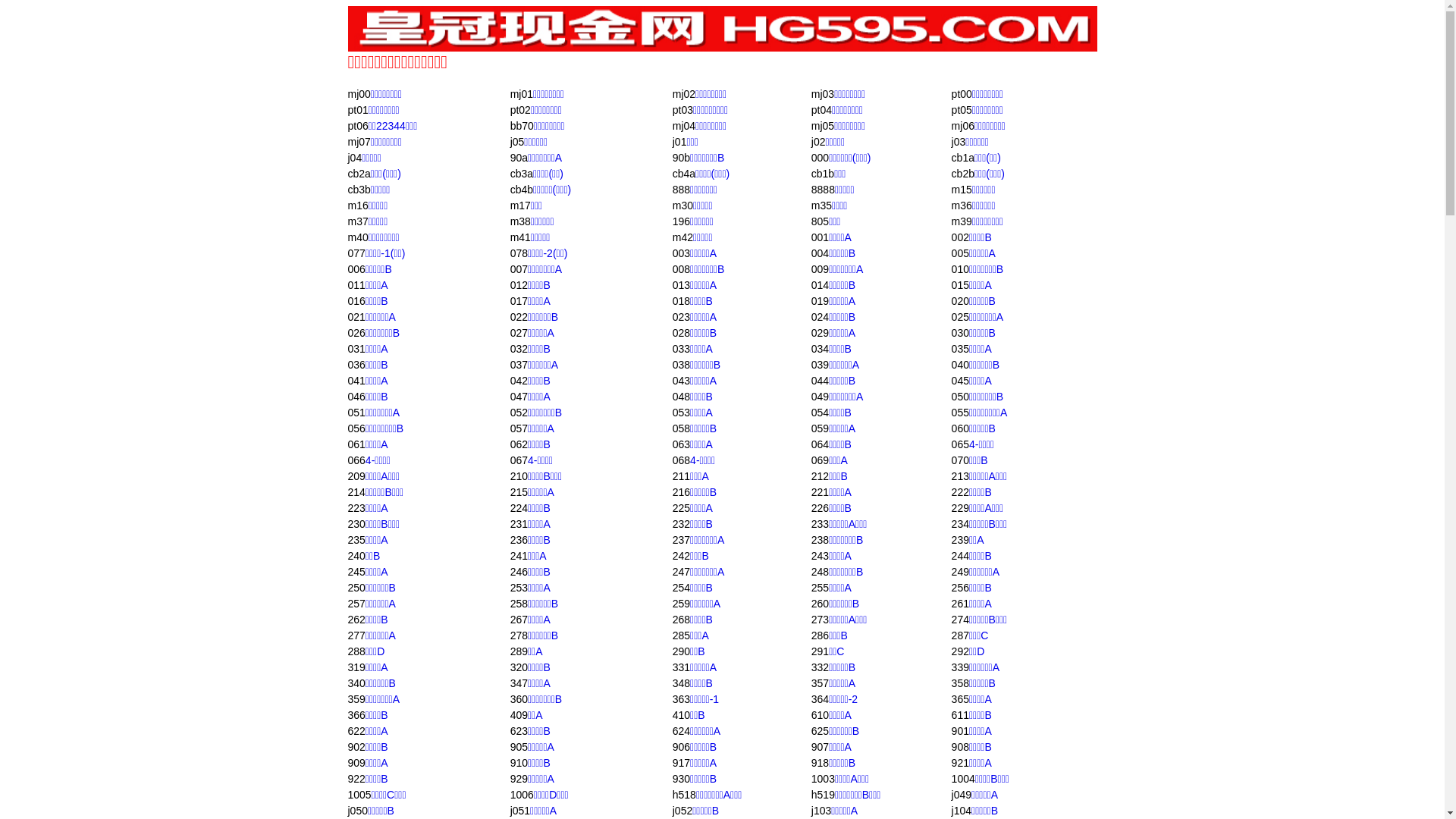  What do you see at coordinates (510, 508) in the screenshot?
I see `'224'` at bounding box center [510, 508].